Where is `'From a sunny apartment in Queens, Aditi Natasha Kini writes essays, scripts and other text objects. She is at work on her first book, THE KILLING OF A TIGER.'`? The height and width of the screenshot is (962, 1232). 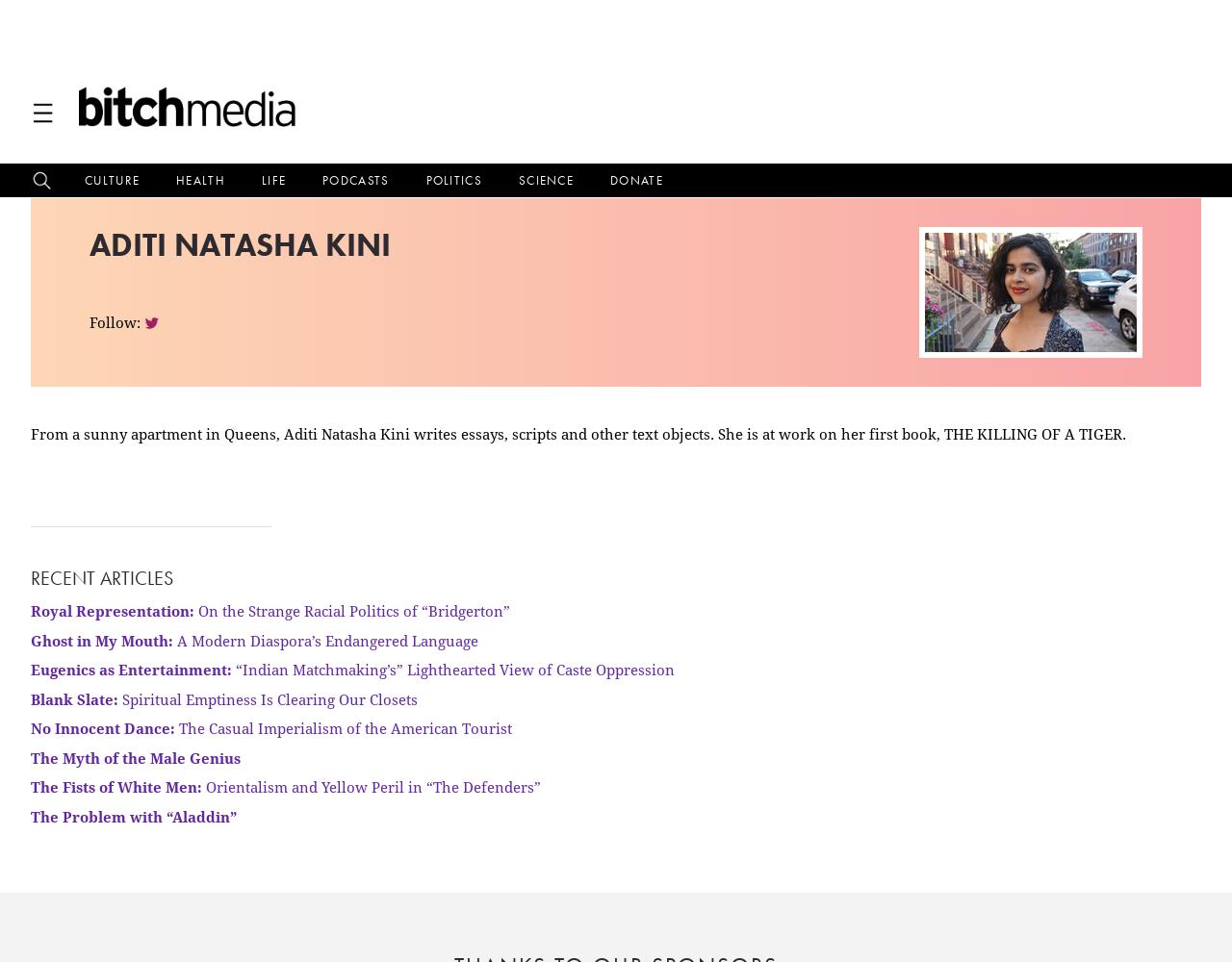
'From a sunny apartment in Queens, Aditi Natasha Kini writes essays, scripts and other text objects. She is at work on her first book, THE KILLING OF A TIGER.' is located at coordinates (577, 432).